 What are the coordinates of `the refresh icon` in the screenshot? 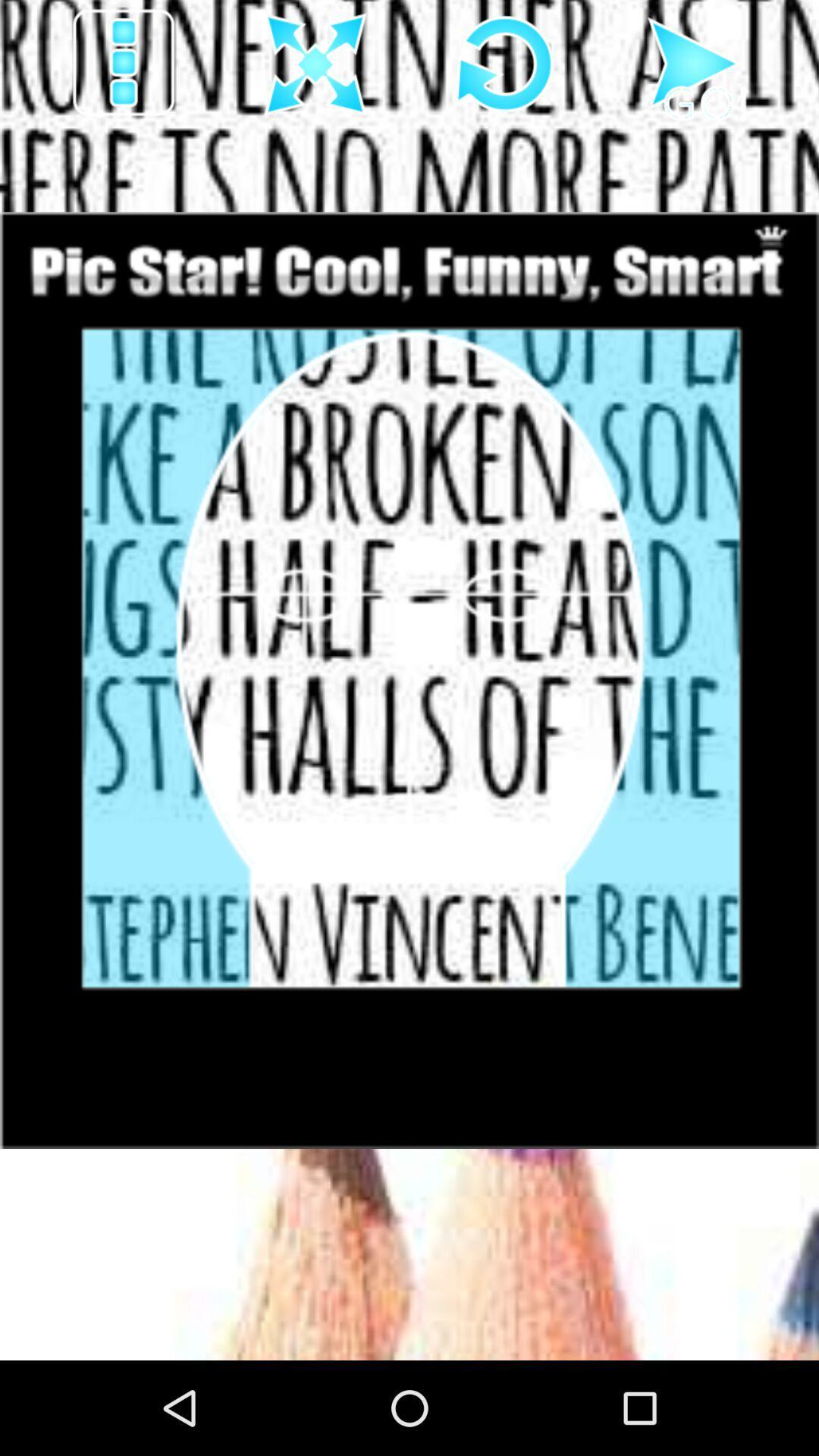 It's located at (505, 68).